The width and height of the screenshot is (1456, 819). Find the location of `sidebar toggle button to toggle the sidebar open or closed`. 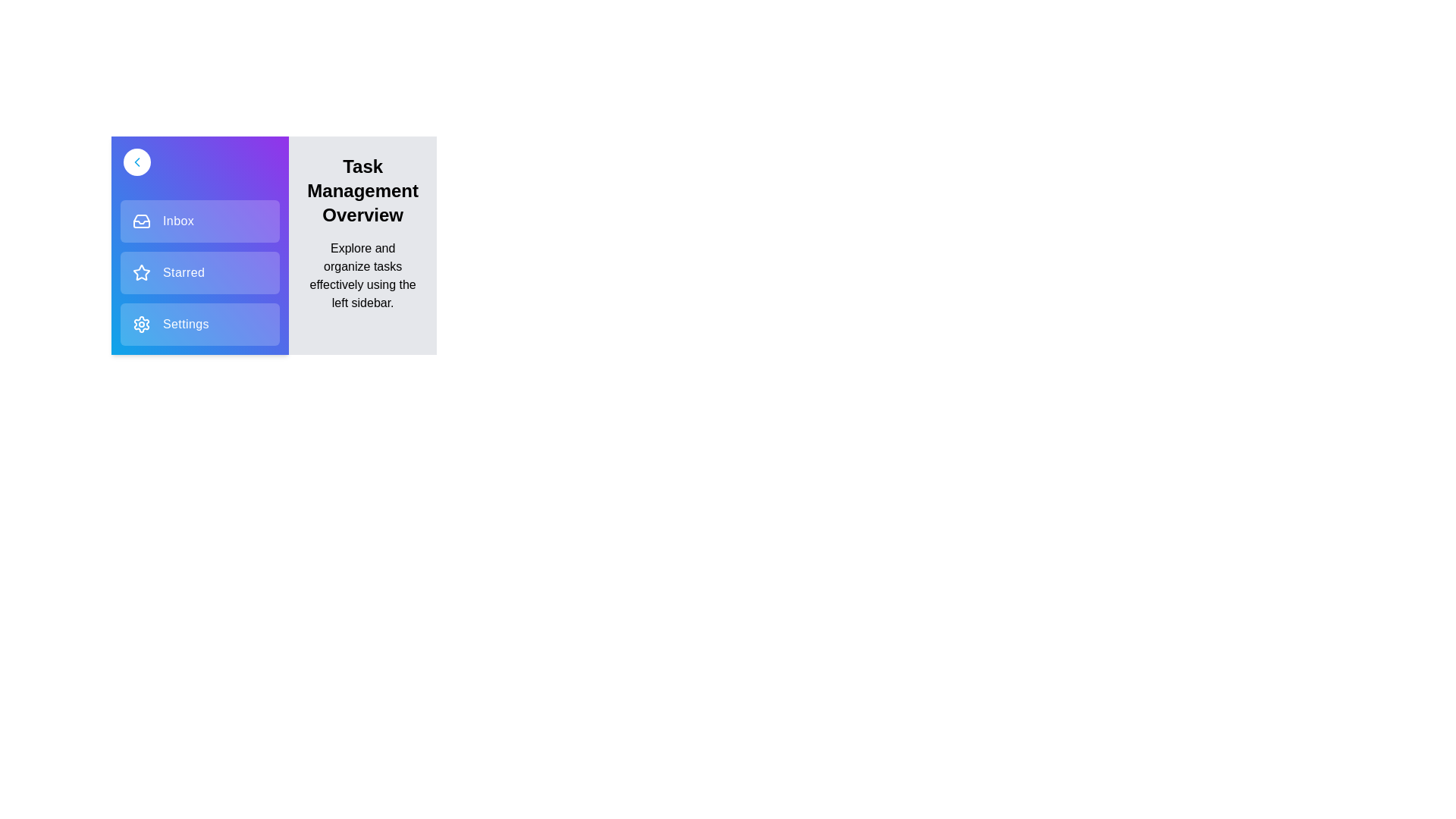

sidebar toggle button to toggle the sidebar open or closed is located at coordinates (137, 162).